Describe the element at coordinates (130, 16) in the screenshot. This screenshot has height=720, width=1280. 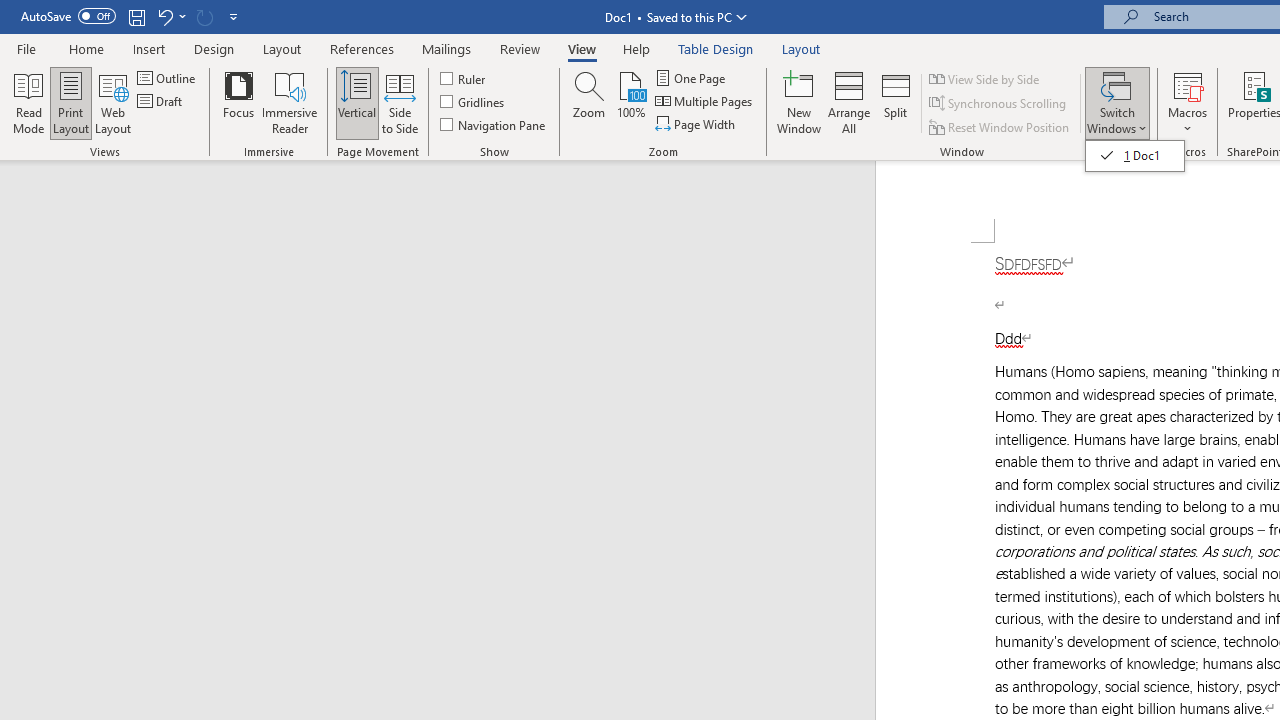
I see `'Quick Access Toolbar'` at that location.